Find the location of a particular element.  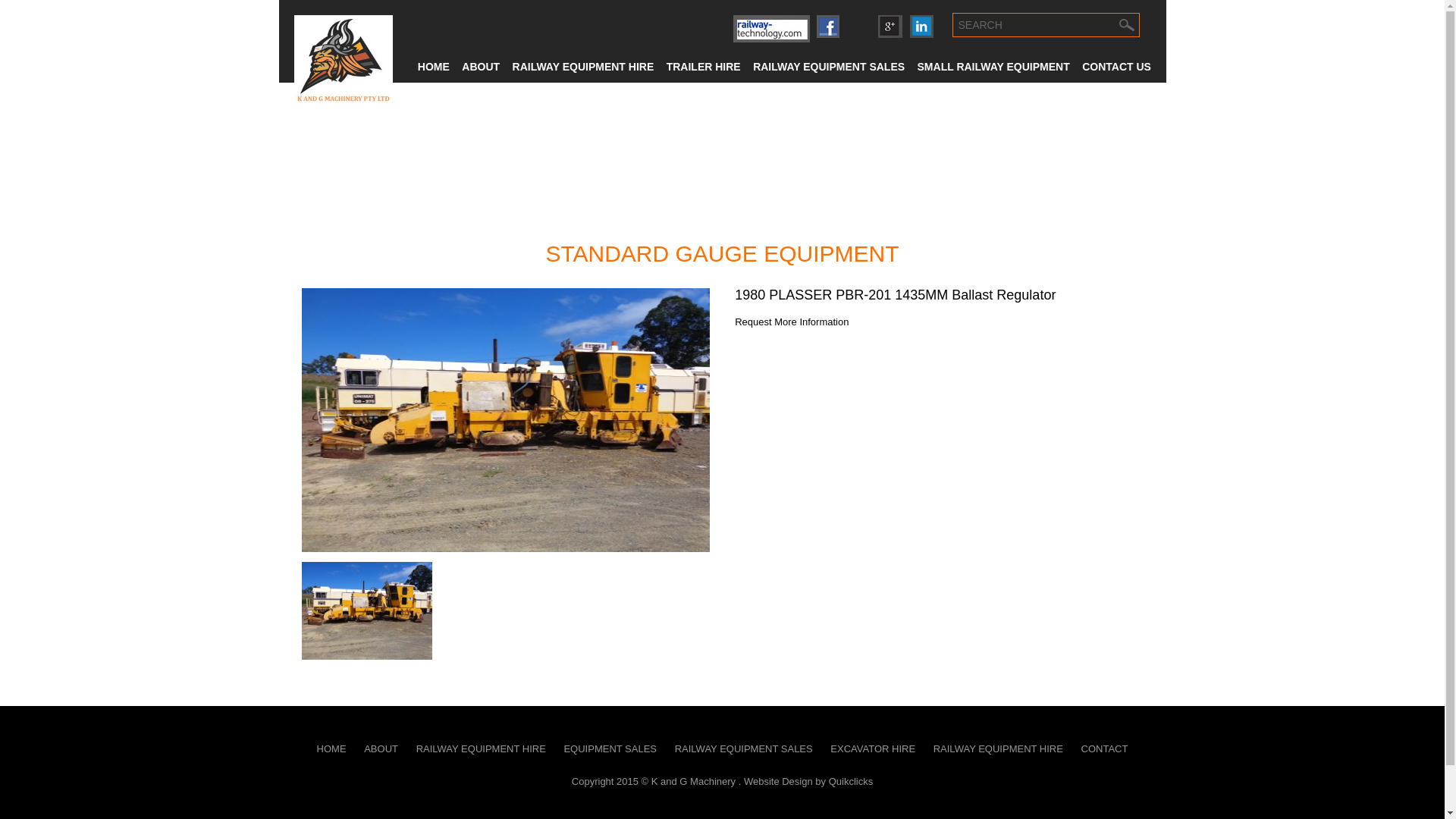

'RAILWAY EQUIPMENT HIRE' is located at coordinates (408, 748).